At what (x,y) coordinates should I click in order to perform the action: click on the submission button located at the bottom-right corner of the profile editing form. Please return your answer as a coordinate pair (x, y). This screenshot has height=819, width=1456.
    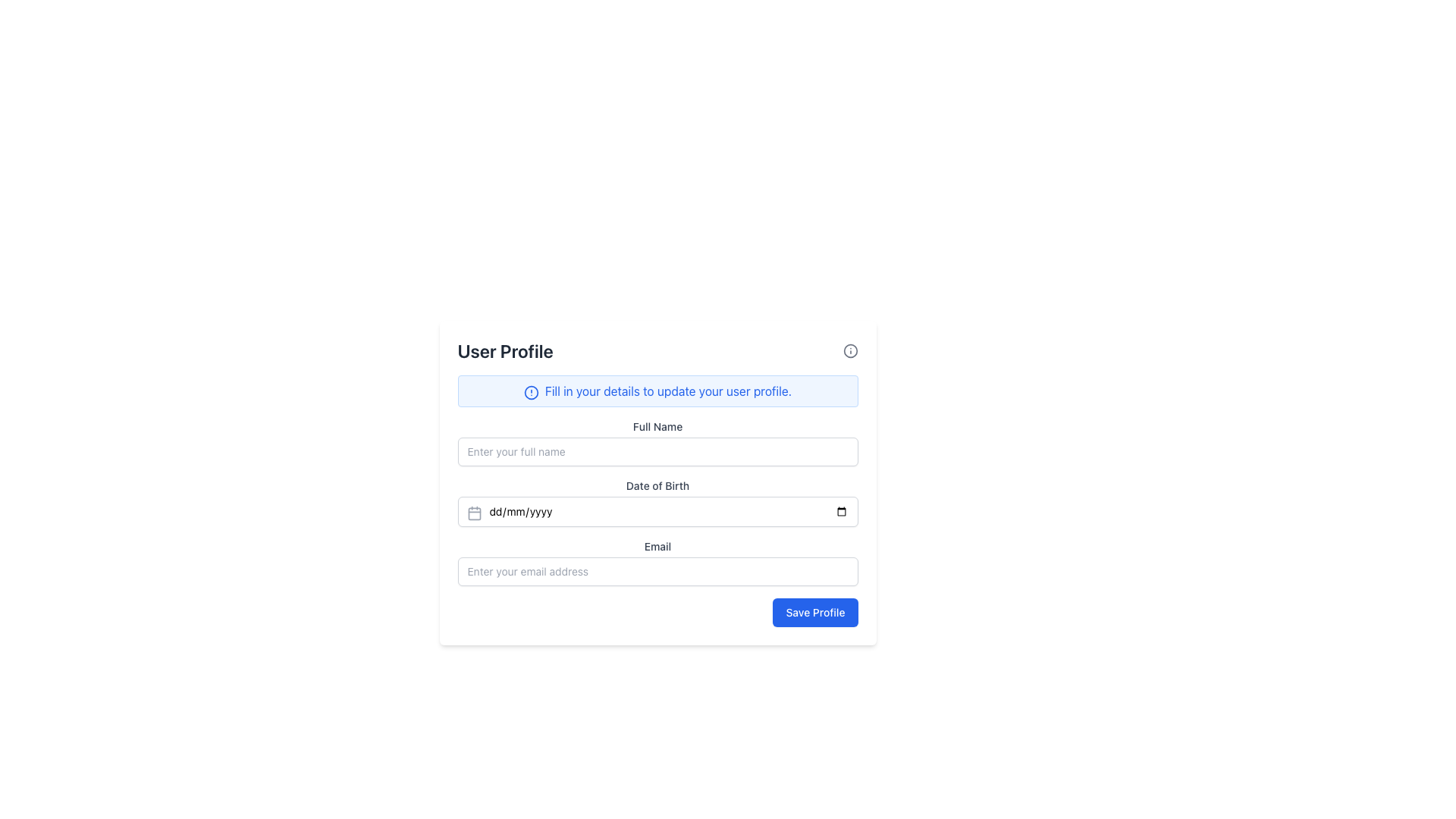
    Looking at the image, I should click on (814, 611).